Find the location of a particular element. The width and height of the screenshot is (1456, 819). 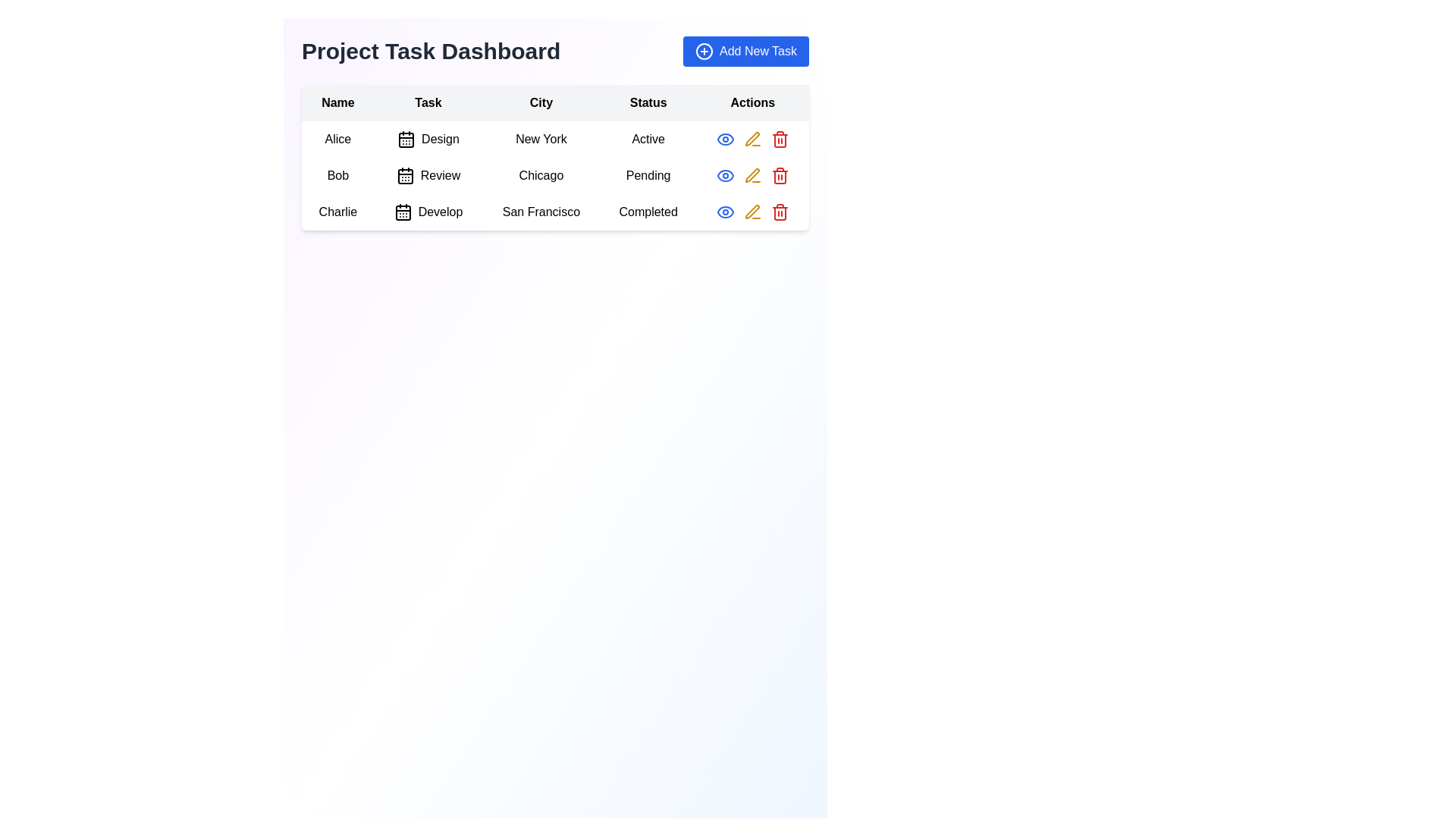

the 'Task' header label in the table column, which is the second column header between 'Name' and 'City' is located at coordinates (428, 102).